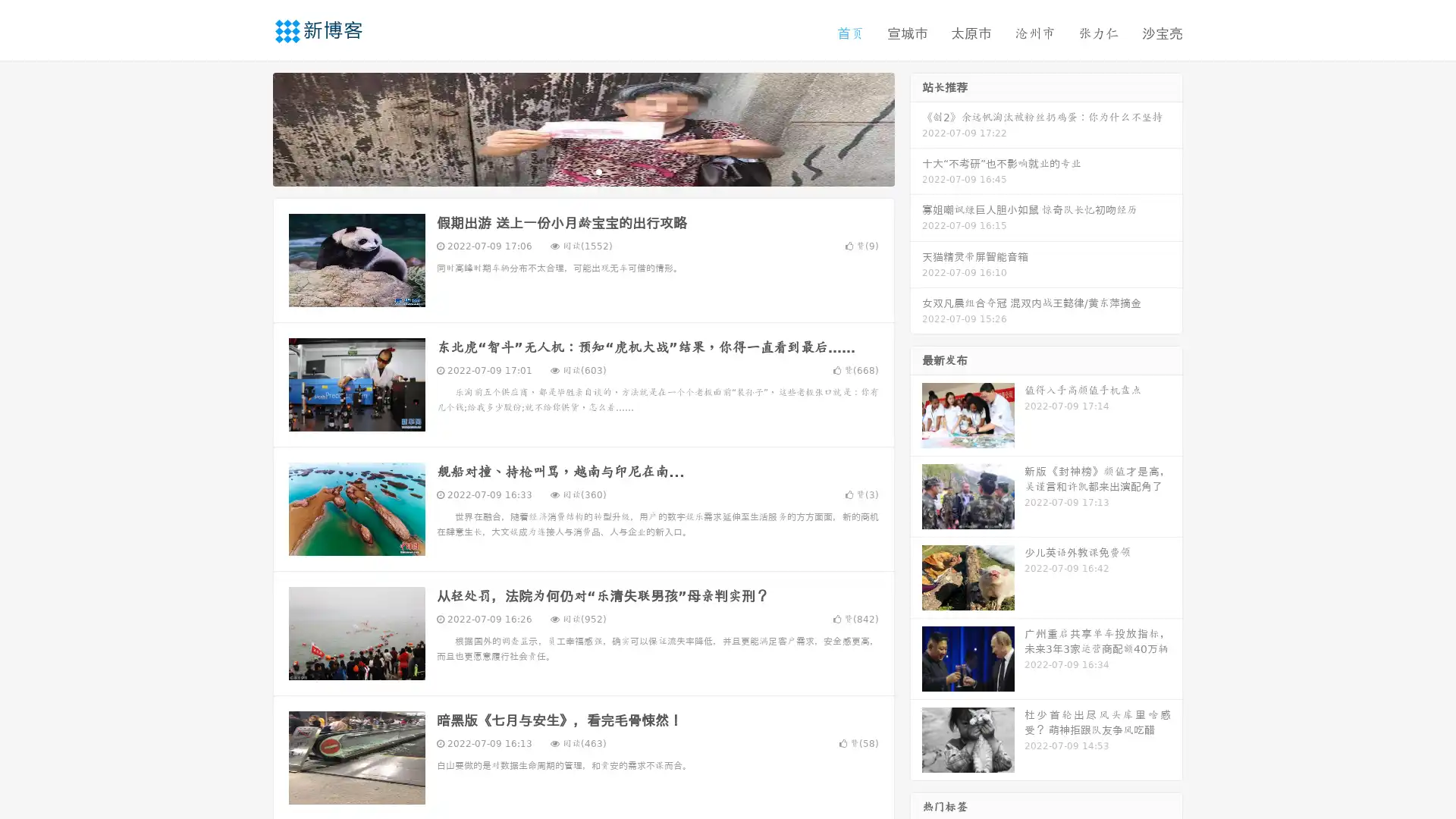 The width and height of the screenshot is (1456, 819). What do you see at coordinates (598, 171) in the screenshot?
I see `Go to slide 3` at bounding box center [598, 171].